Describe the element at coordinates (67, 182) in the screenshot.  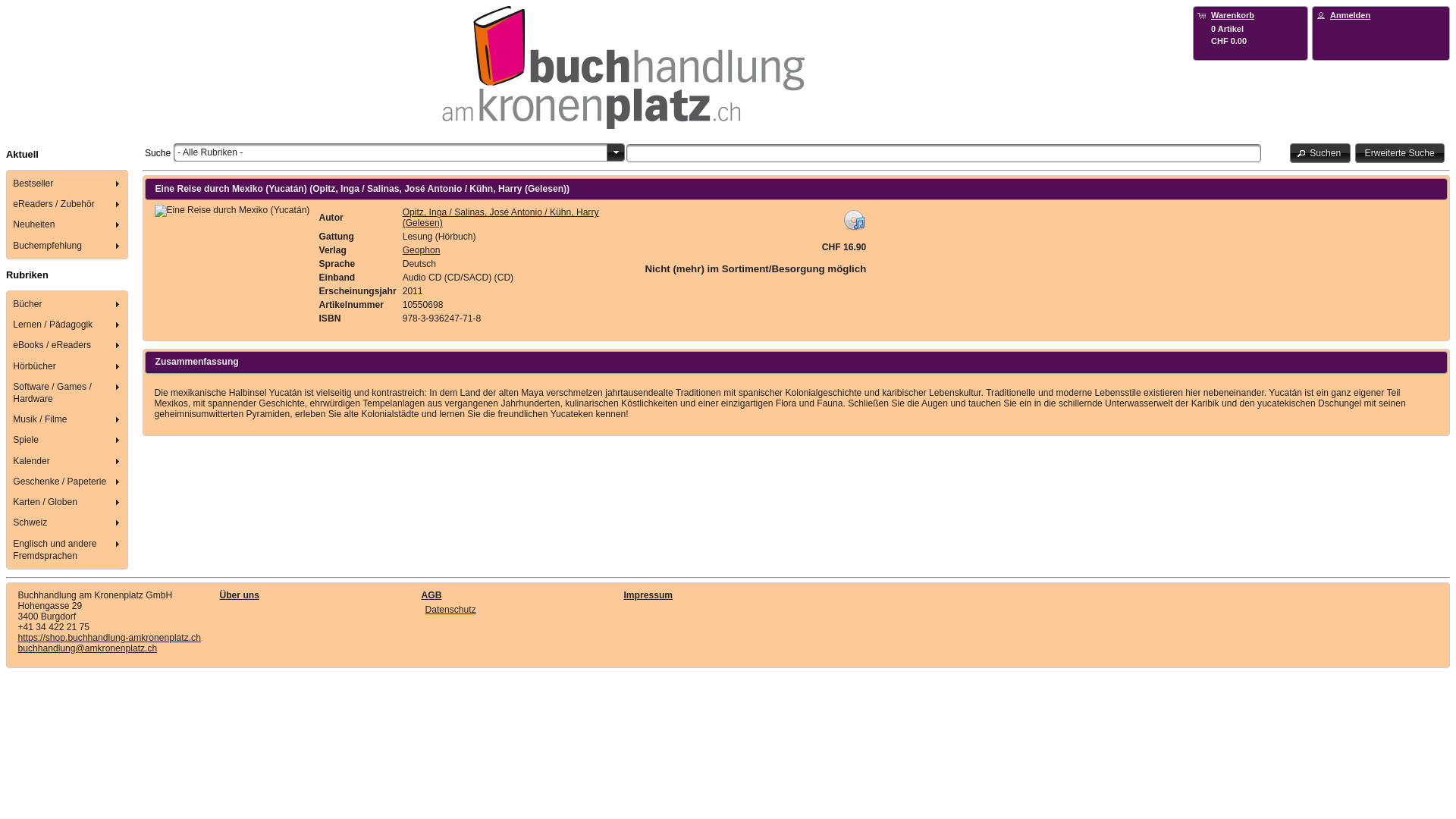
I see `'Bestseller'` at that location.